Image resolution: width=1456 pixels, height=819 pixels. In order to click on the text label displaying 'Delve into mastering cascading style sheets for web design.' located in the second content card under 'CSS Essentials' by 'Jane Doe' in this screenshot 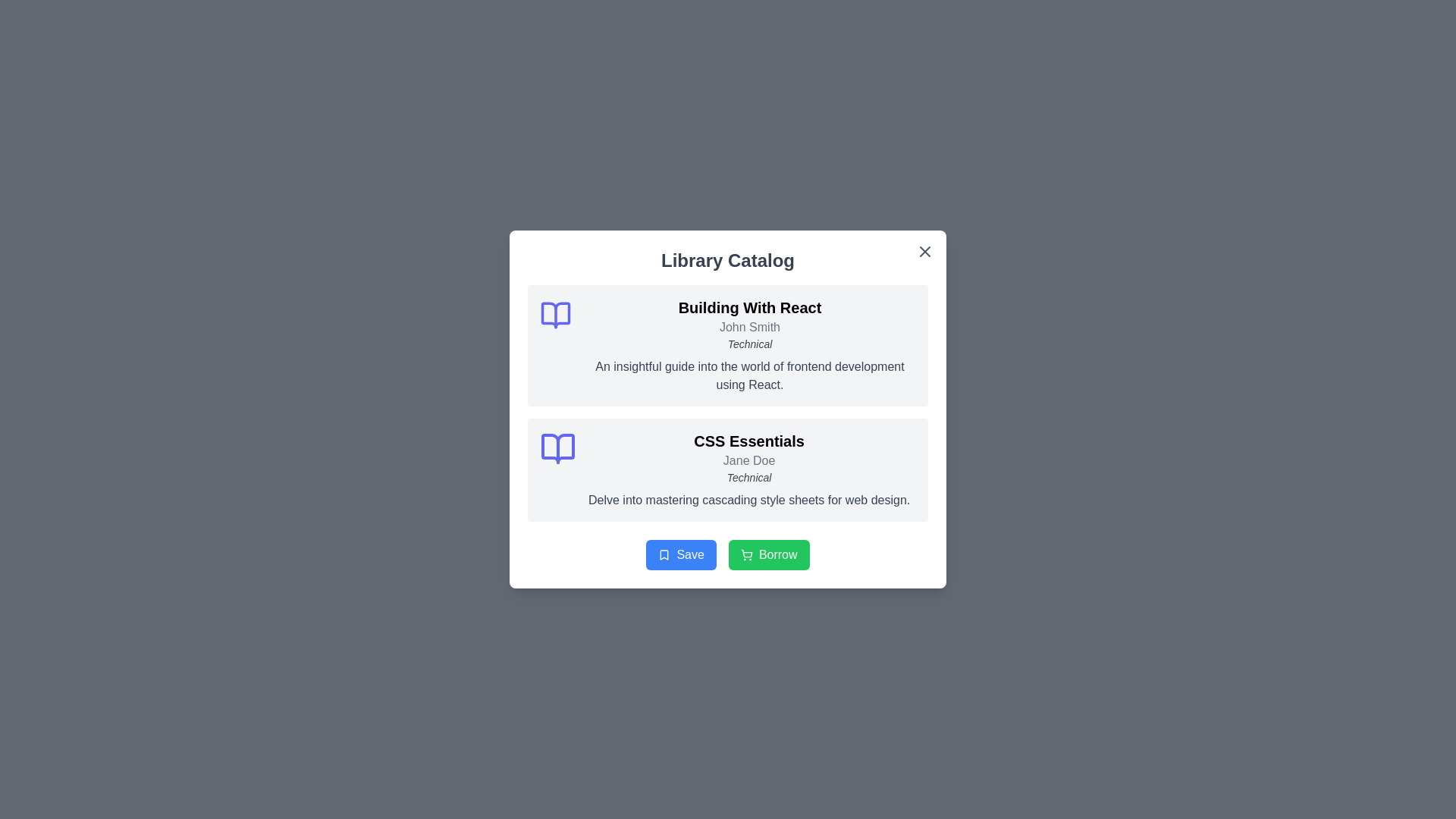, I will do `click(749, 500)`.